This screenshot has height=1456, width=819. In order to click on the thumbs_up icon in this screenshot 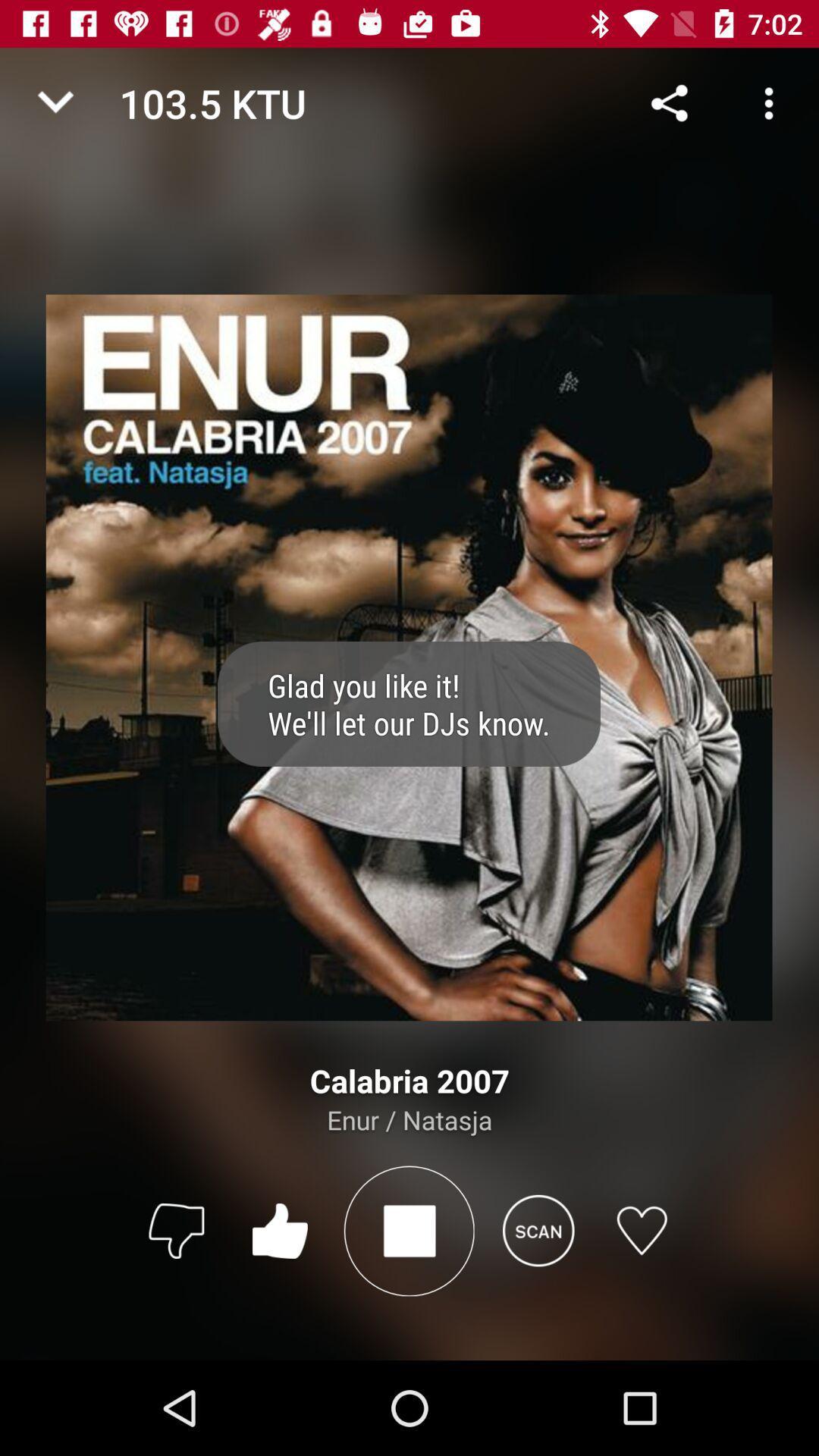, I will do `click(280, 1230)`.